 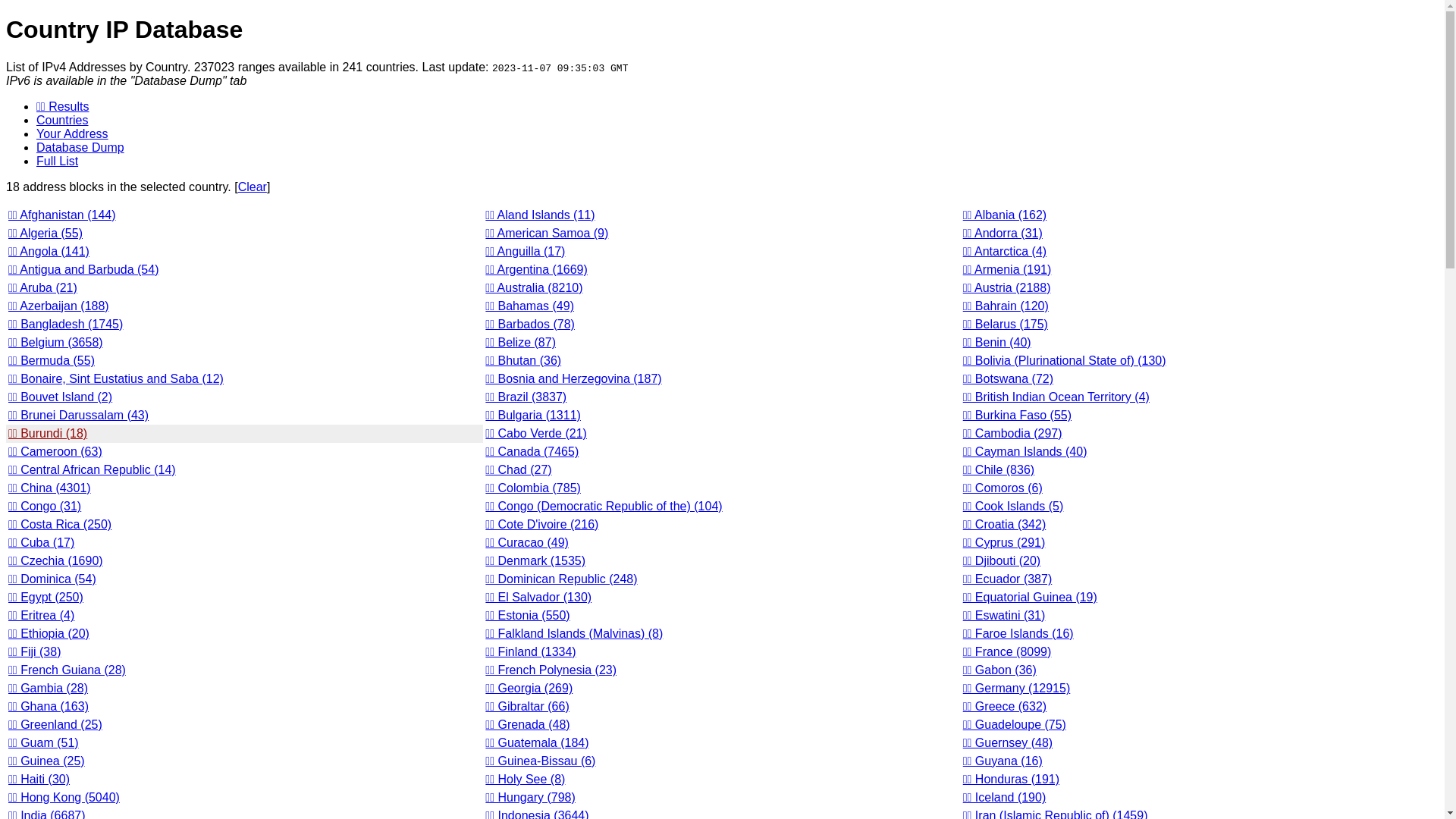 What do you see at coordinates (36, 119) in the screenshot?
I see `'Countries'` at bounding box center [36, 119].